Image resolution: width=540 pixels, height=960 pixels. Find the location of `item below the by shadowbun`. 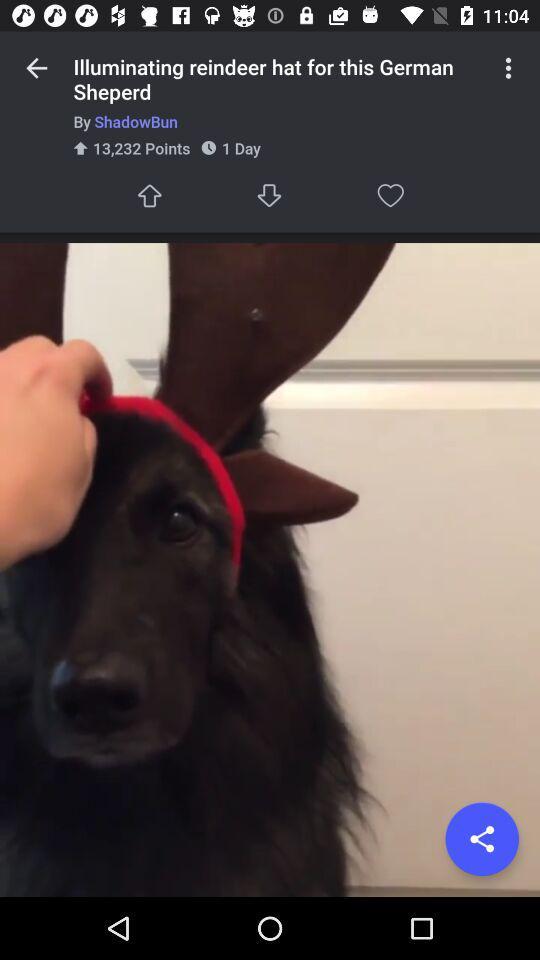

item below the by shadowbun is located at coordinates (481, 839).